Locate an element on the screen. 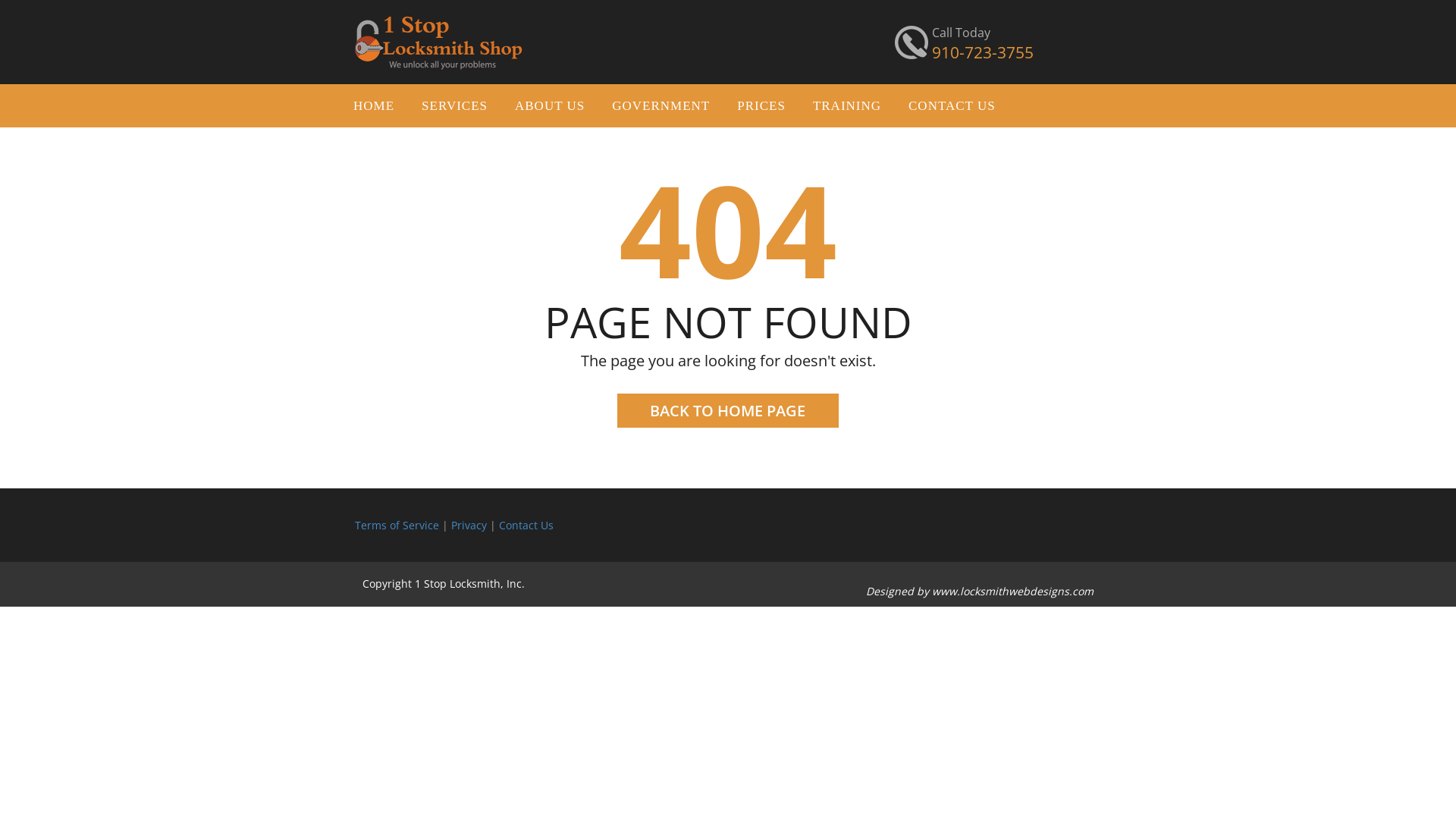  'GOVERNMENT' is located at coordinates (597, 105).